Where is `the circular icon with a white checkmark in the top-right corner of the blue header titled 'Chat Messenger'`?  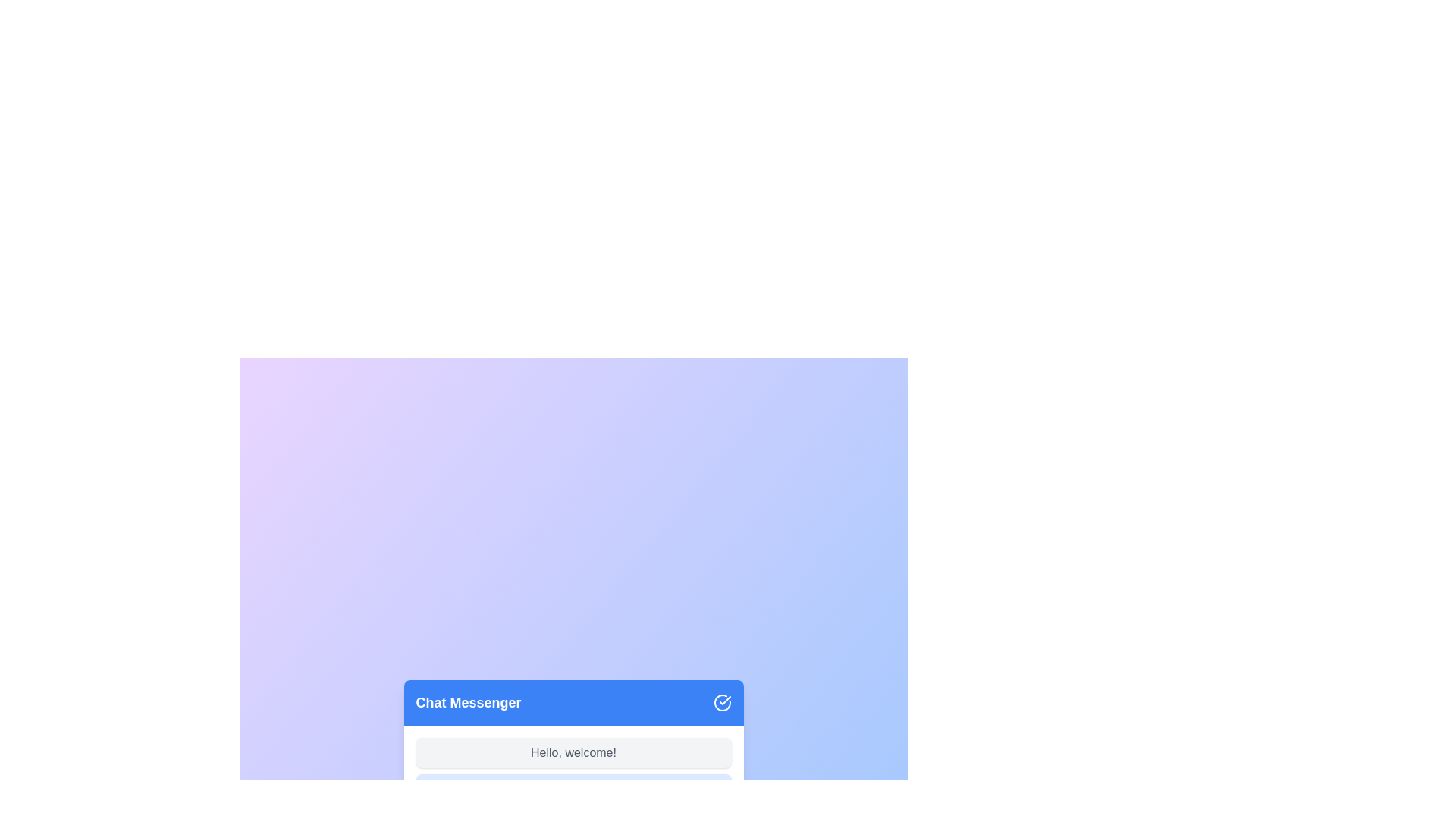 the circular icon with a white checkmark in the top-right corner of the blue header titled 'Chat Messenger' is located at coordinates (721, 702).